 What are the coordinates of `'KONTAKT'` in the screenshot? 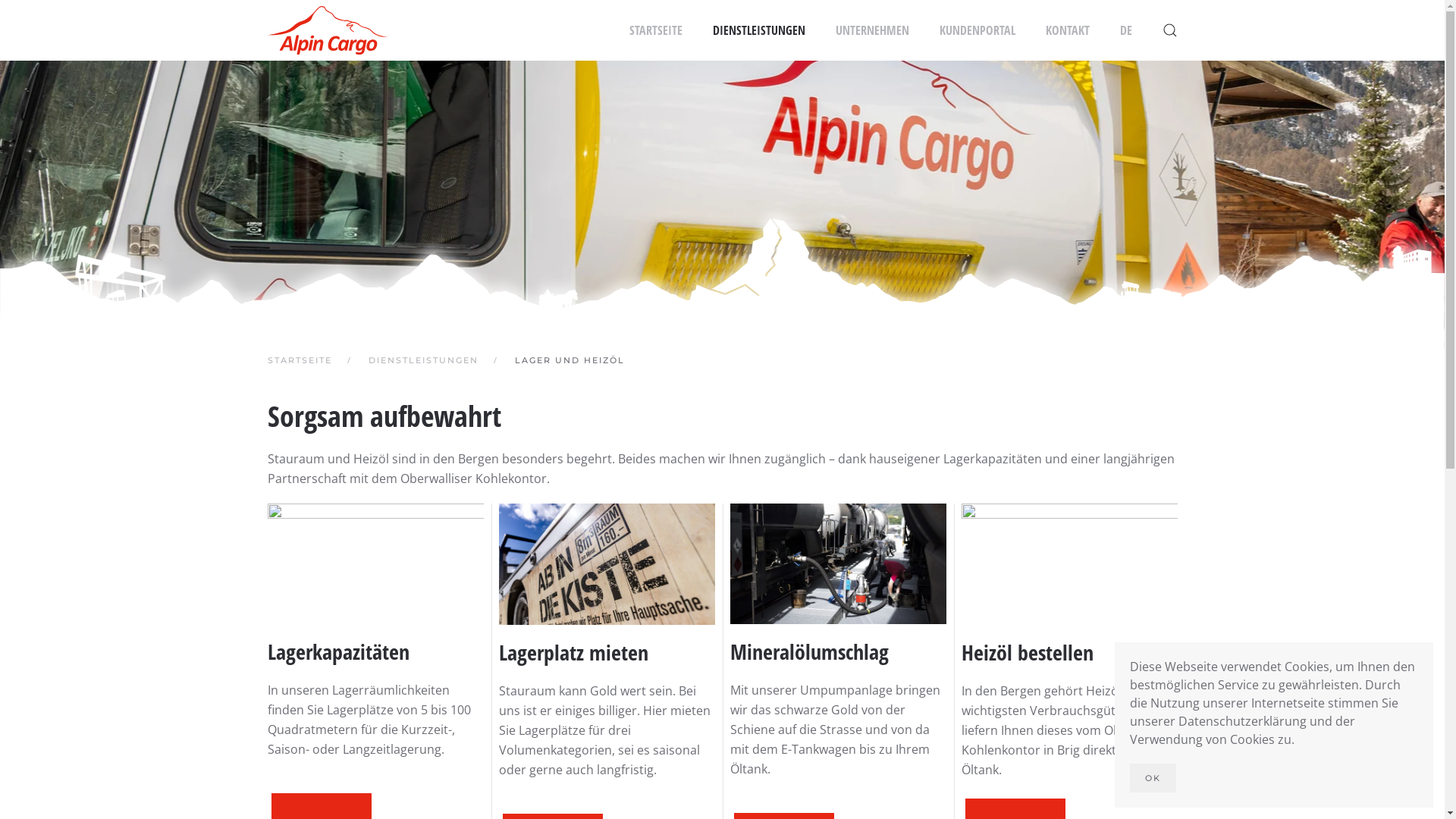 It's located at (1065, 30).